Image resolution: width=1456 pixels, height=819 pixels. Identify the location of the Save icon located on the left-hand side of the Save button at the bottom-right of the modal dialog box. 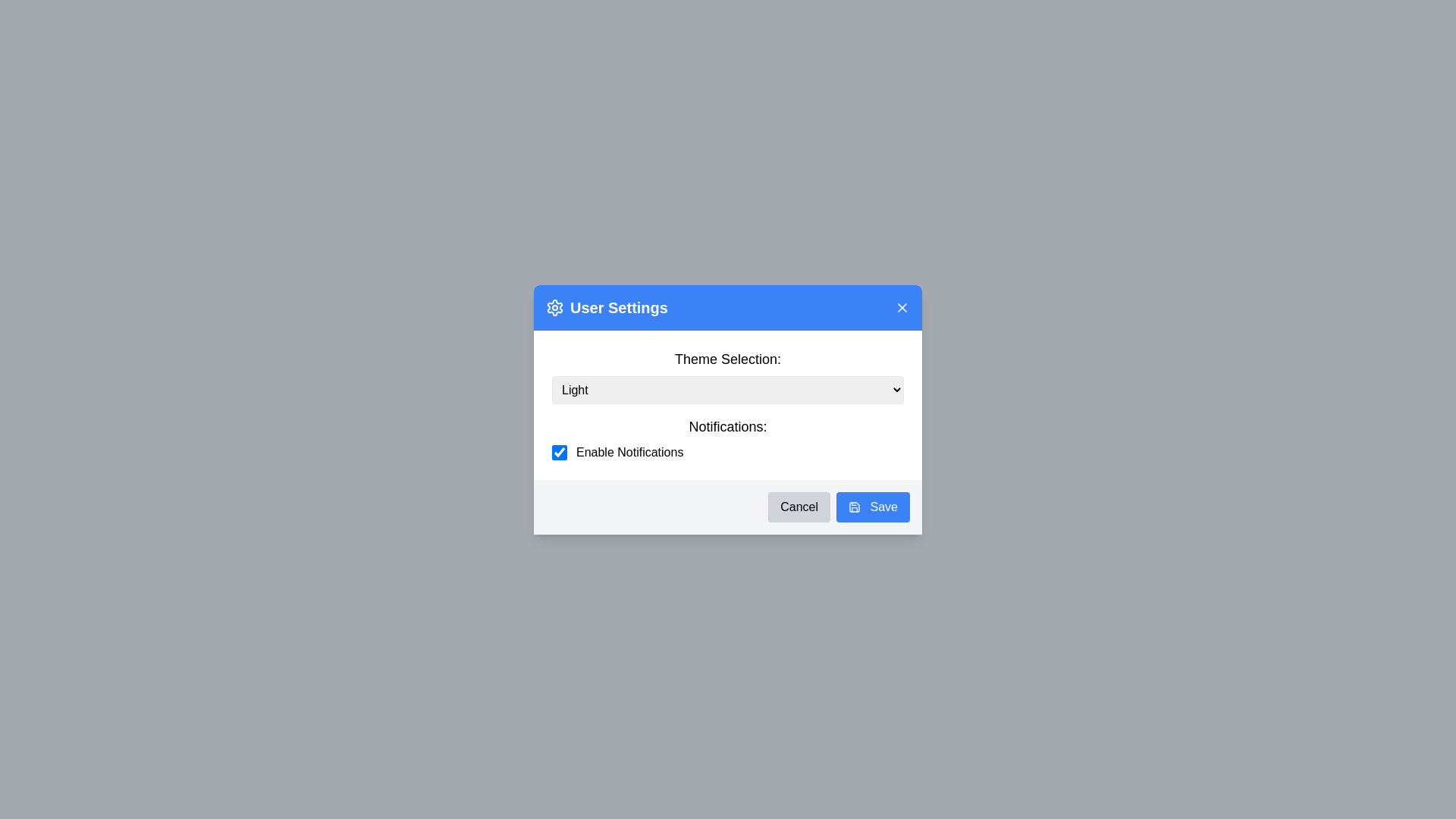
(855, 507).